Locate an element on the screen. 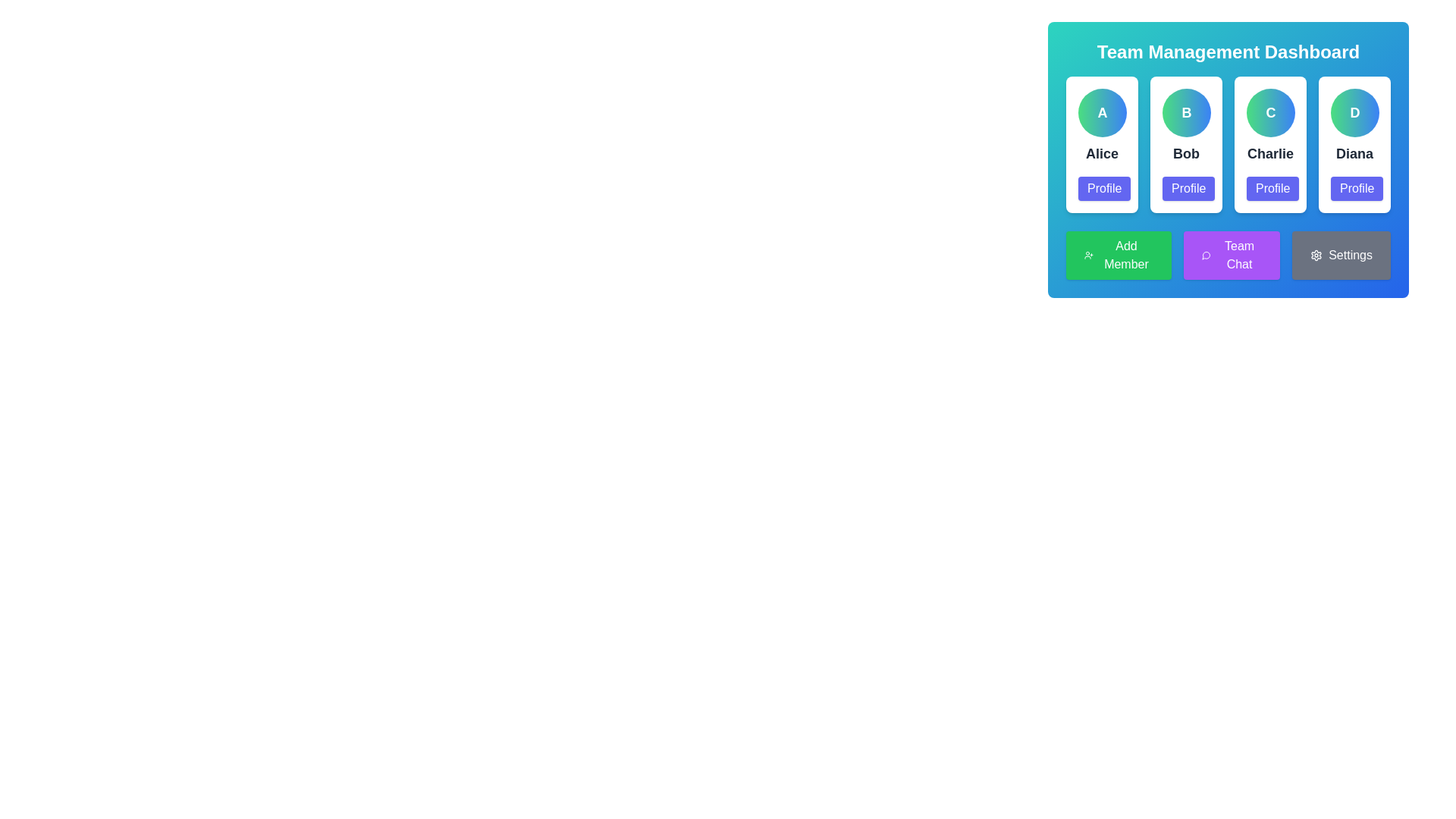  the circular user avatar button displaying the letter 'D' in white, bold text, located at the top of the panel for user Diana is located at coordinates (1354, 112).